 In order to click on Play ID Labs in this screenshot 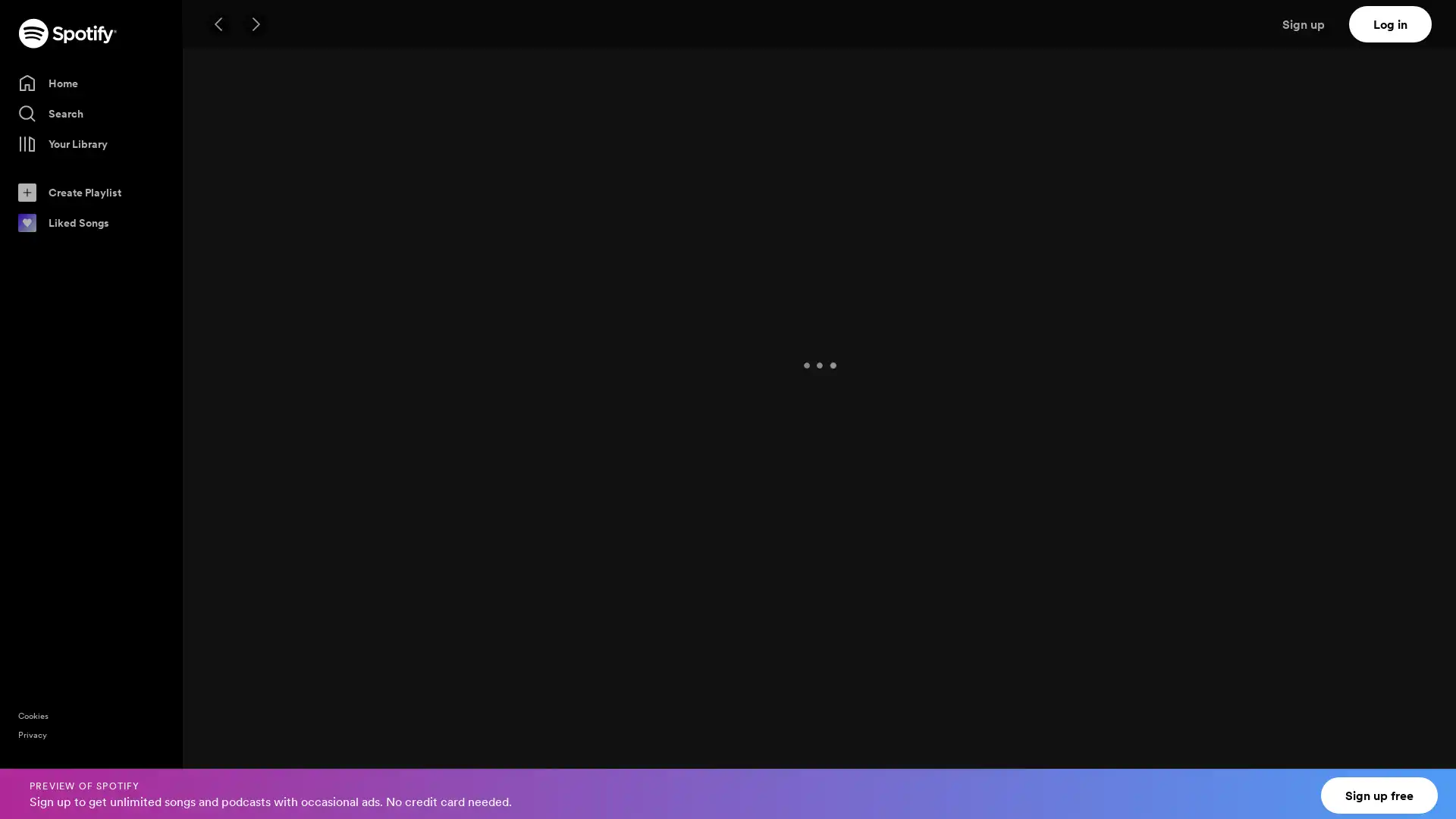, I will do `click(1395, 724)`.